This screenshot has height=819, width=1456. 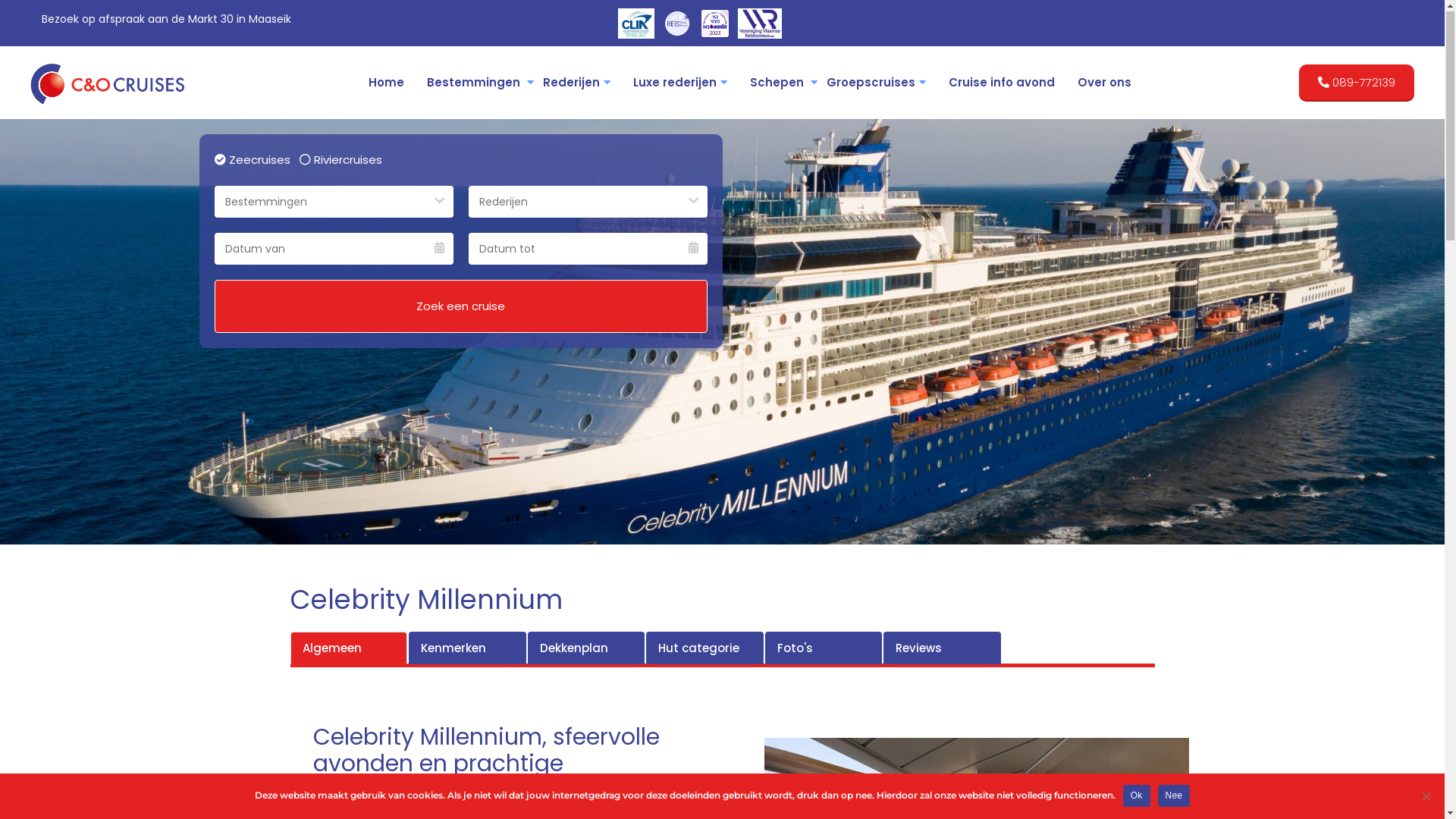 I want to click on 'Cruise info avond', so click(x=1001, y=83).